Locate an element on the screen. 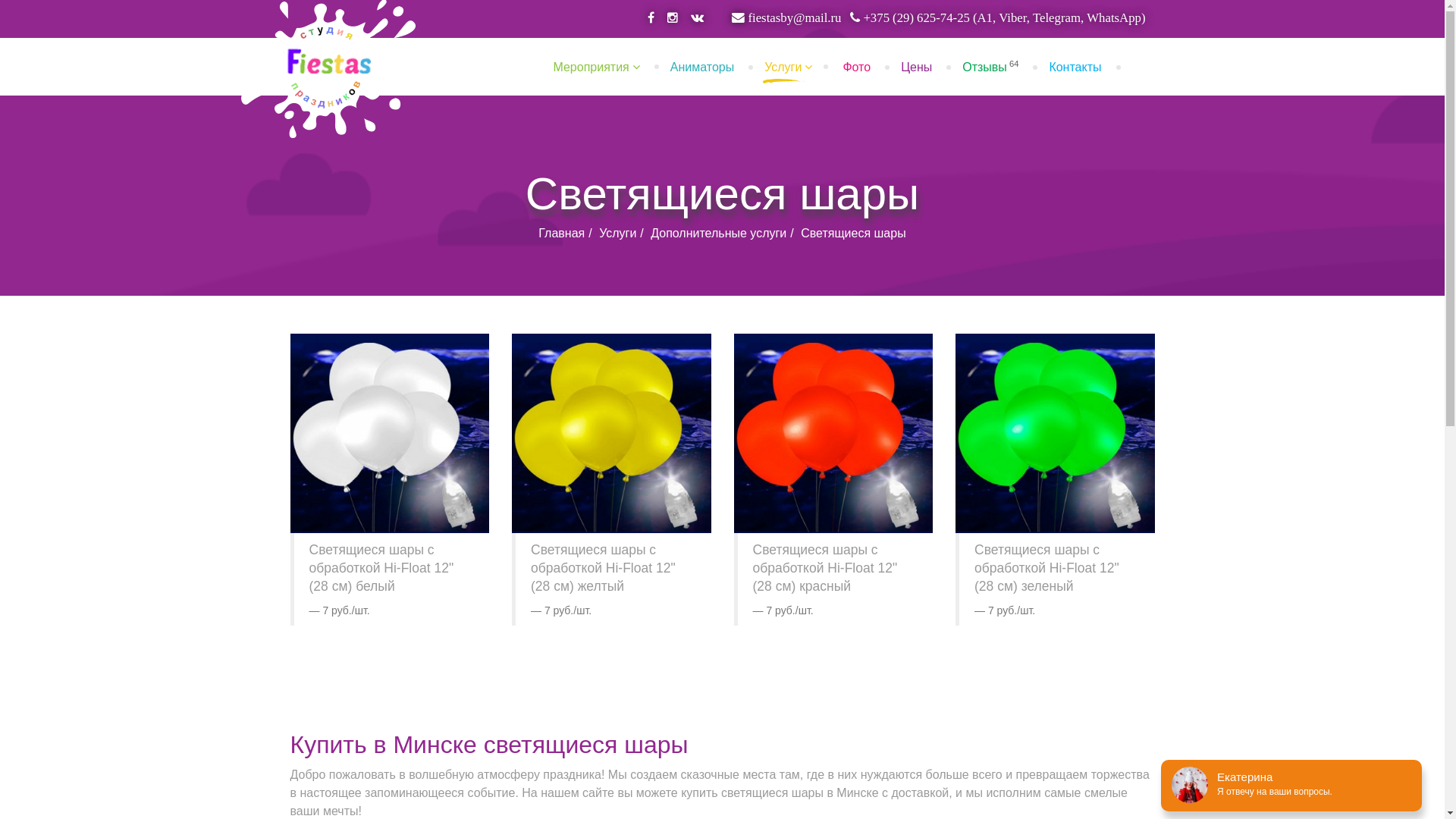 This screenshot has width=1456, height=819. 'fiestasby@mail.ru' is located at coordinates (786, 17).